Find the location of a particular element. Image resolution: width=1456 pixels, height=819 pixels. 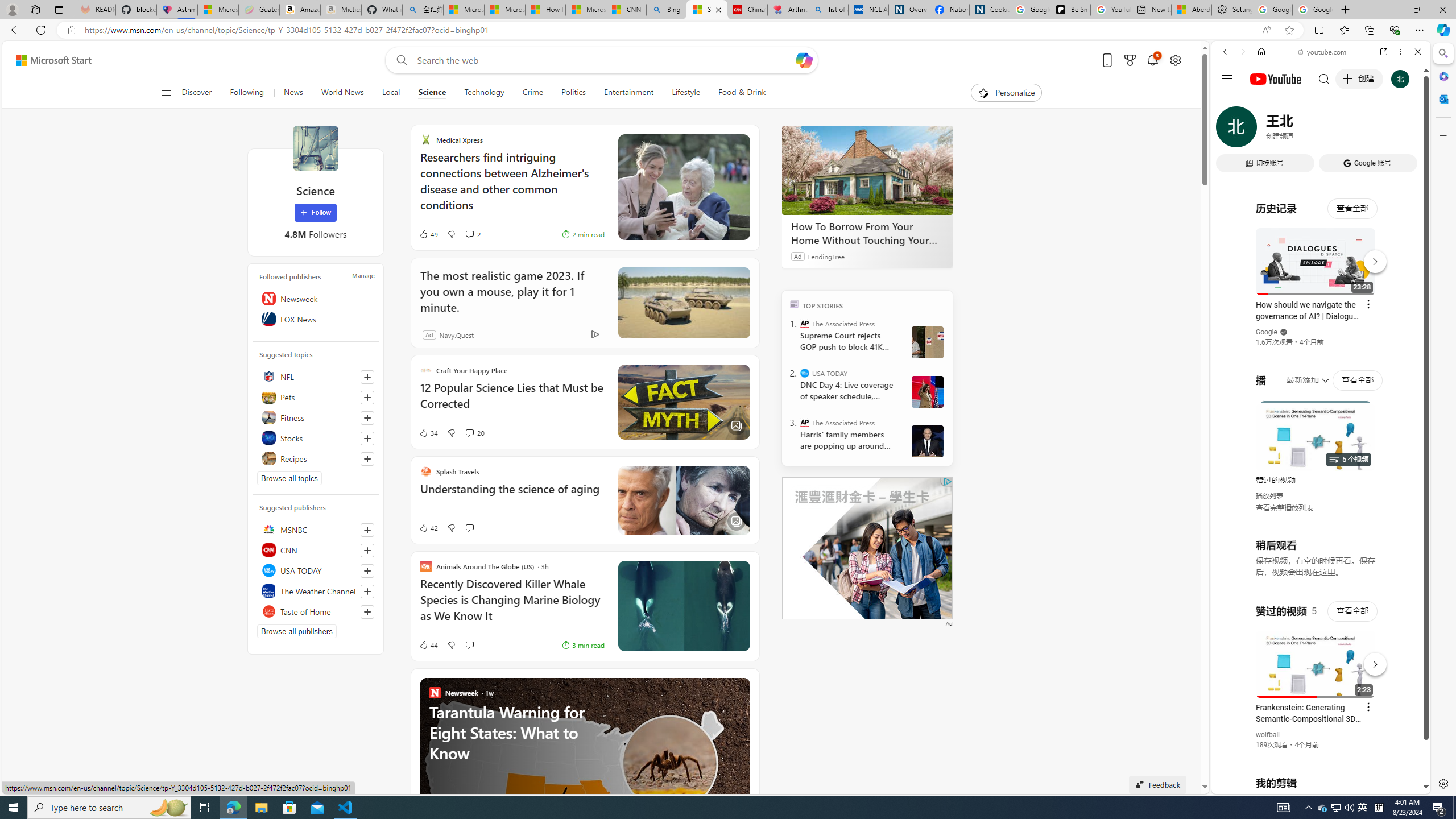

'Browse all topics' is located at coordinates (289, 477).